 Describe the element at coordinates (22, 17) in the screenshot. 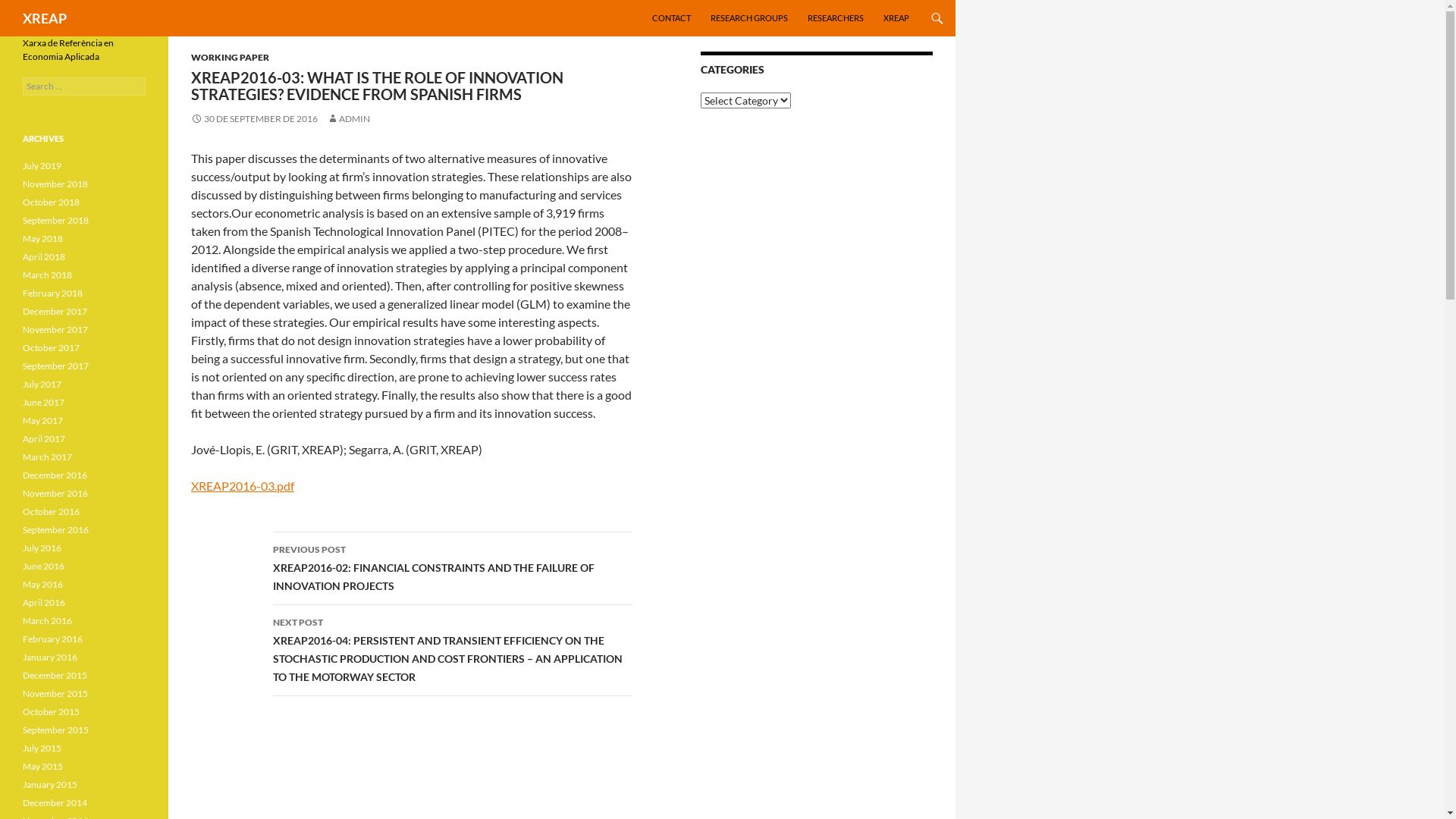

I see `'XREAP'` at that location.